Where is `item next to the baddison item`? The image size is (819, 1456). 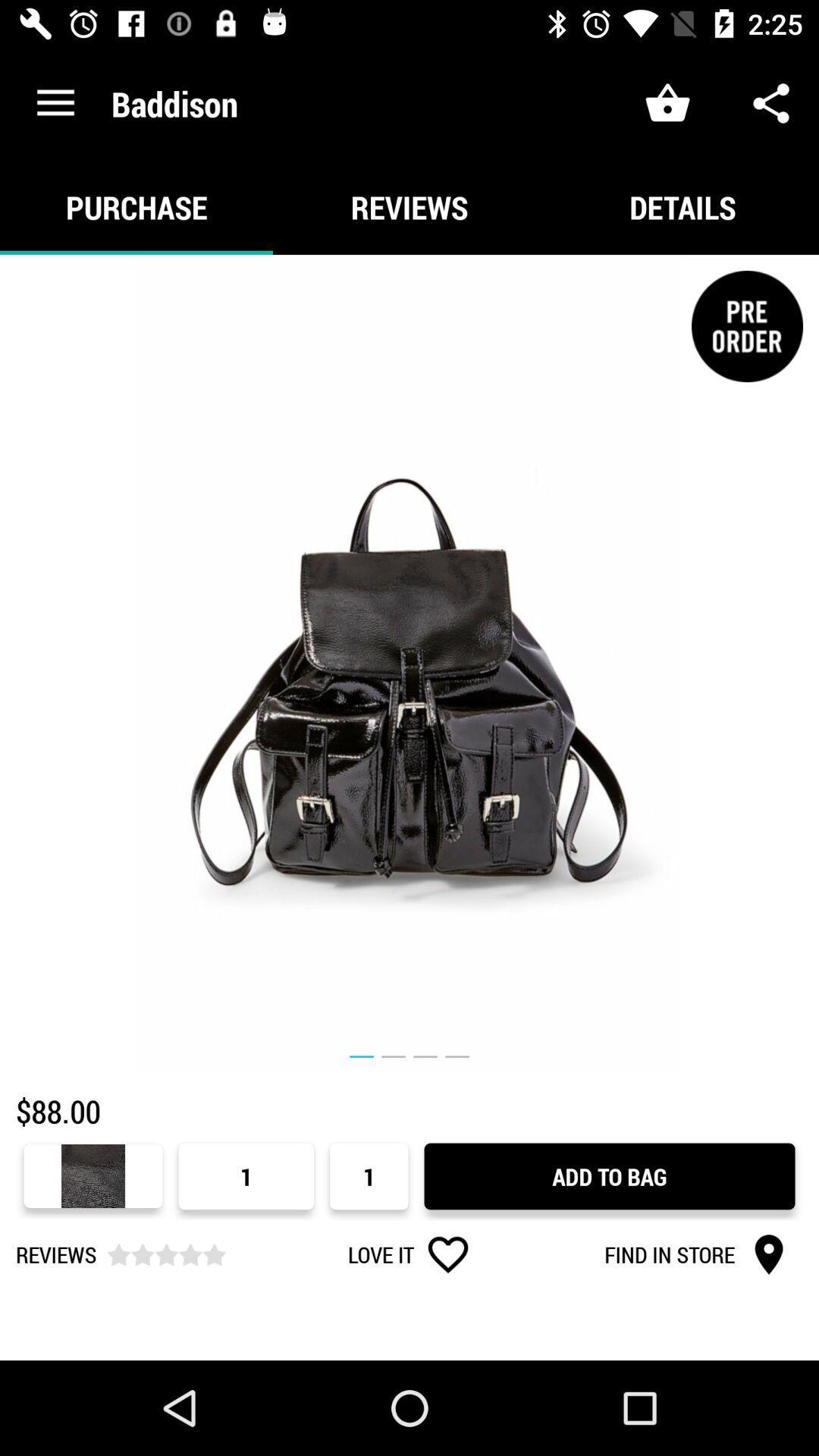 item next to the baddison item is located at coordinates (55, 102).